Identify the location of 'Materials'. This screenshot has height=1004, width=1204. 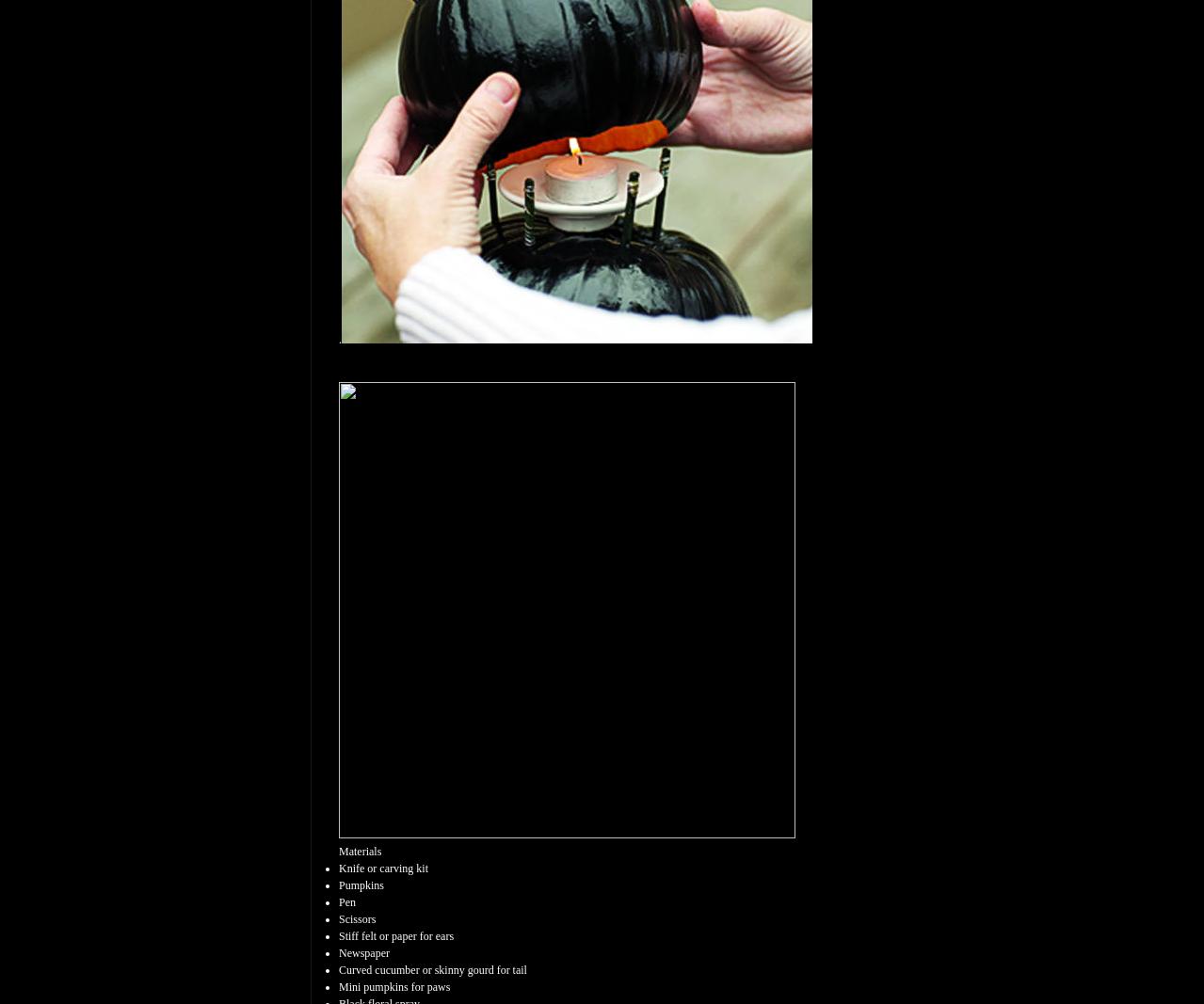
(359, 852).